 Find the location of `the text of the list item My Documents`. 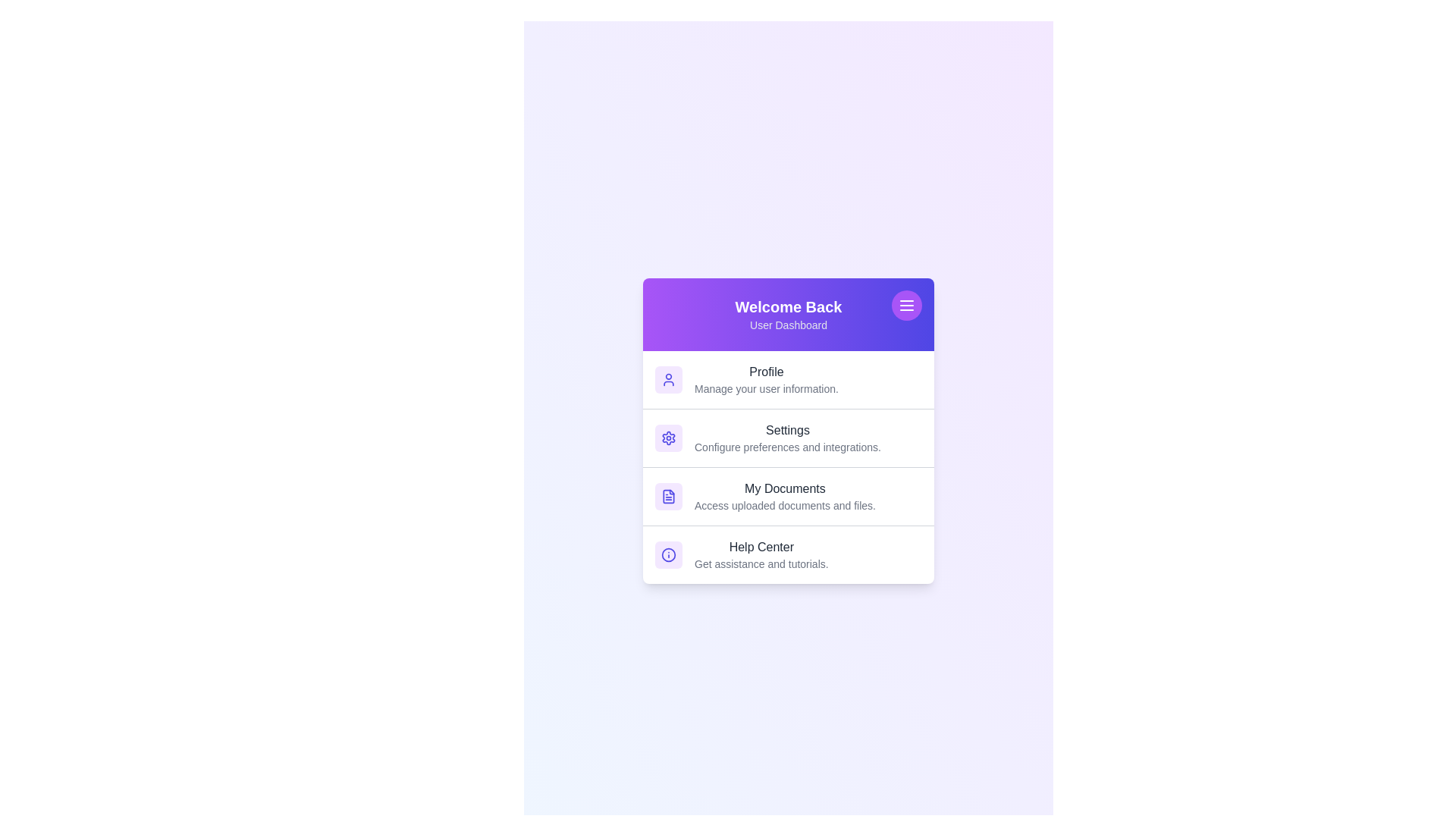

the text of the list item My Documents is located at coordinates (789, 488).